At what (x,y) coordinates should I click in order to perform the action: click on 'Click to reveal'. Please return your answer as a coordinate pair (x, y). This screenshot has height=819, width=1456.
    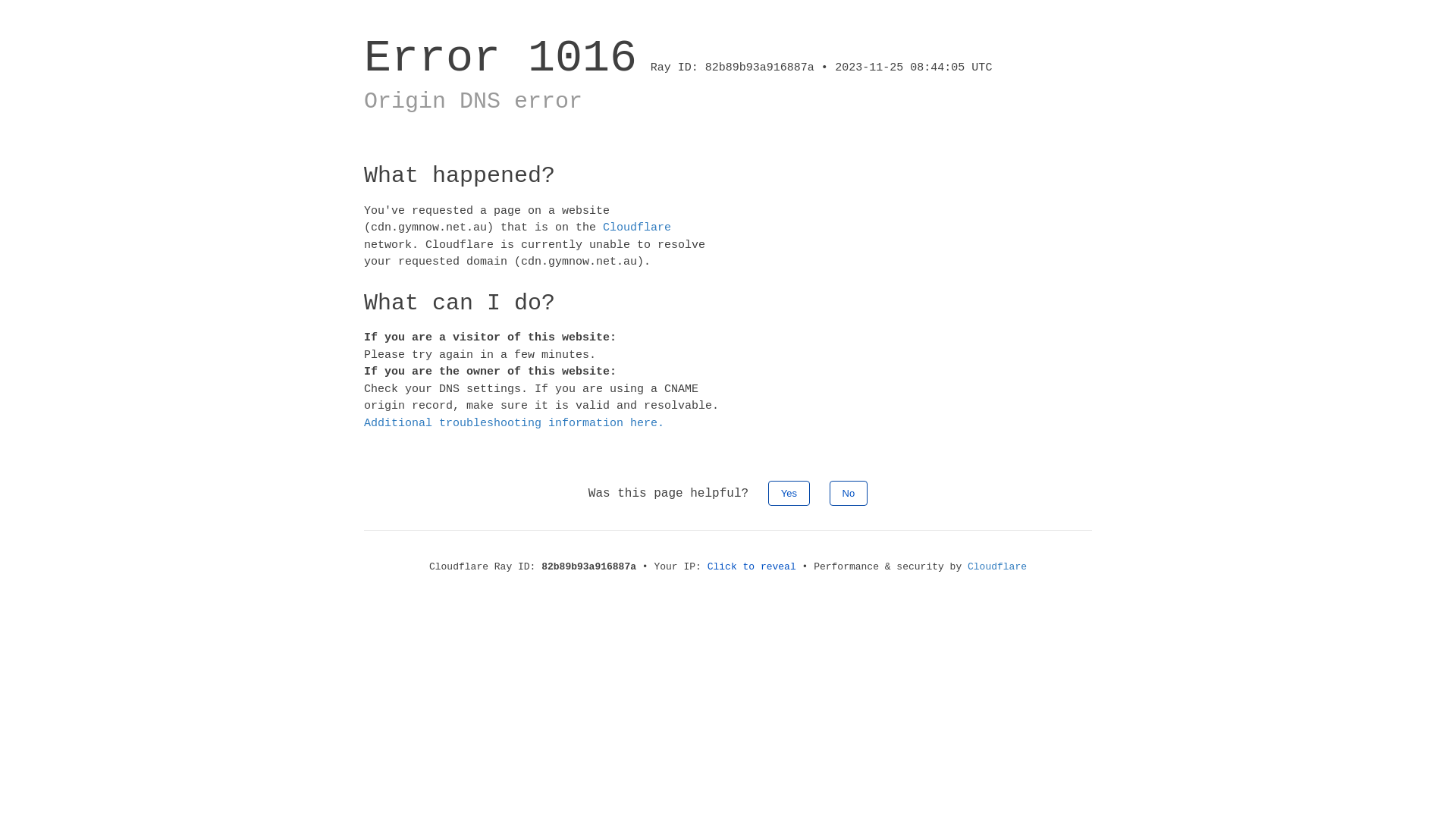
    Looking at the image, I should click on (706, 566).